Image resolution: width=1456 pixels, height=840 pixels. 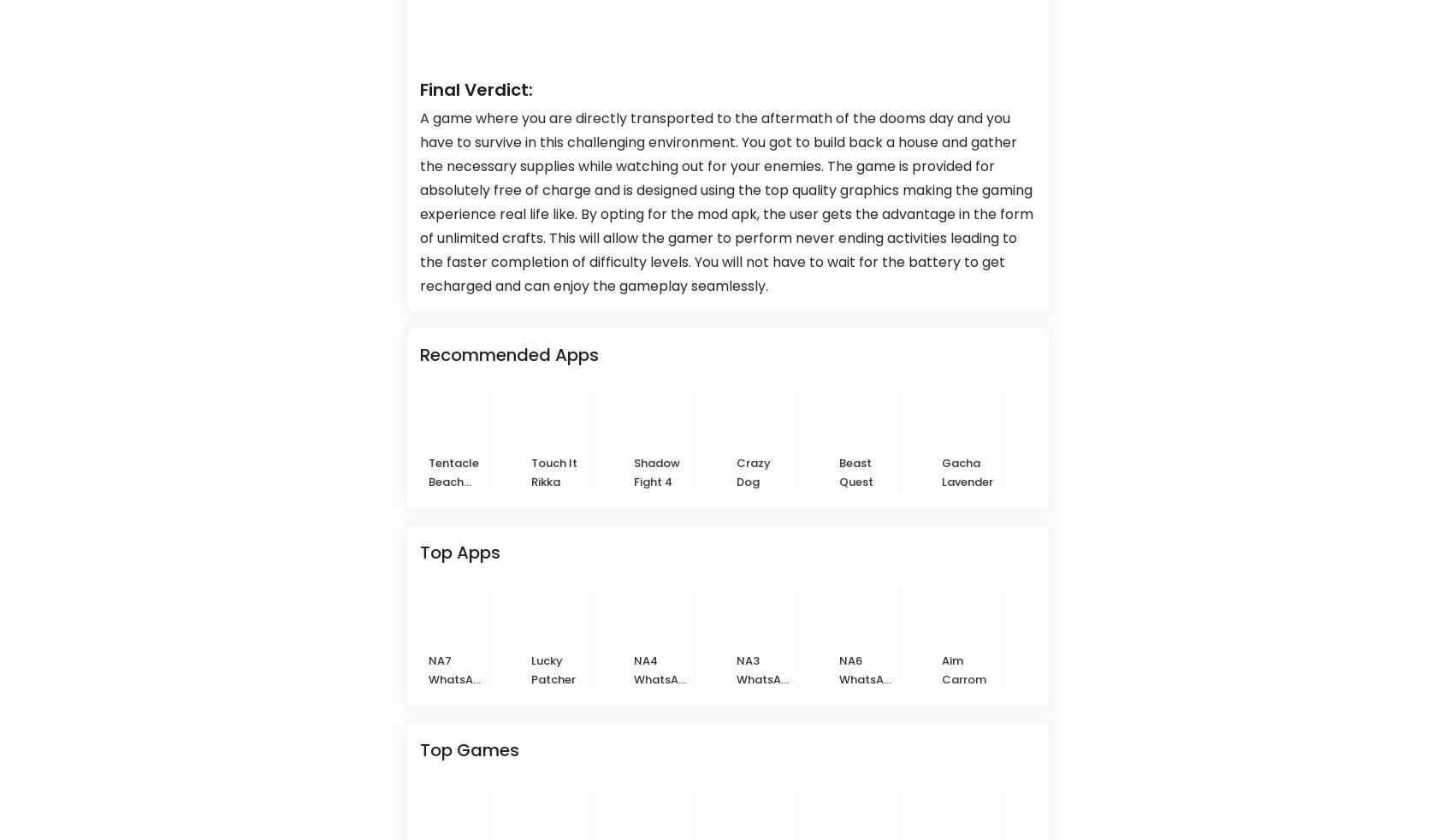 What do you see at coordinates (839, 470) in the screenshot?
I see `'Beast Quest'` at bounding box center [839, 470].